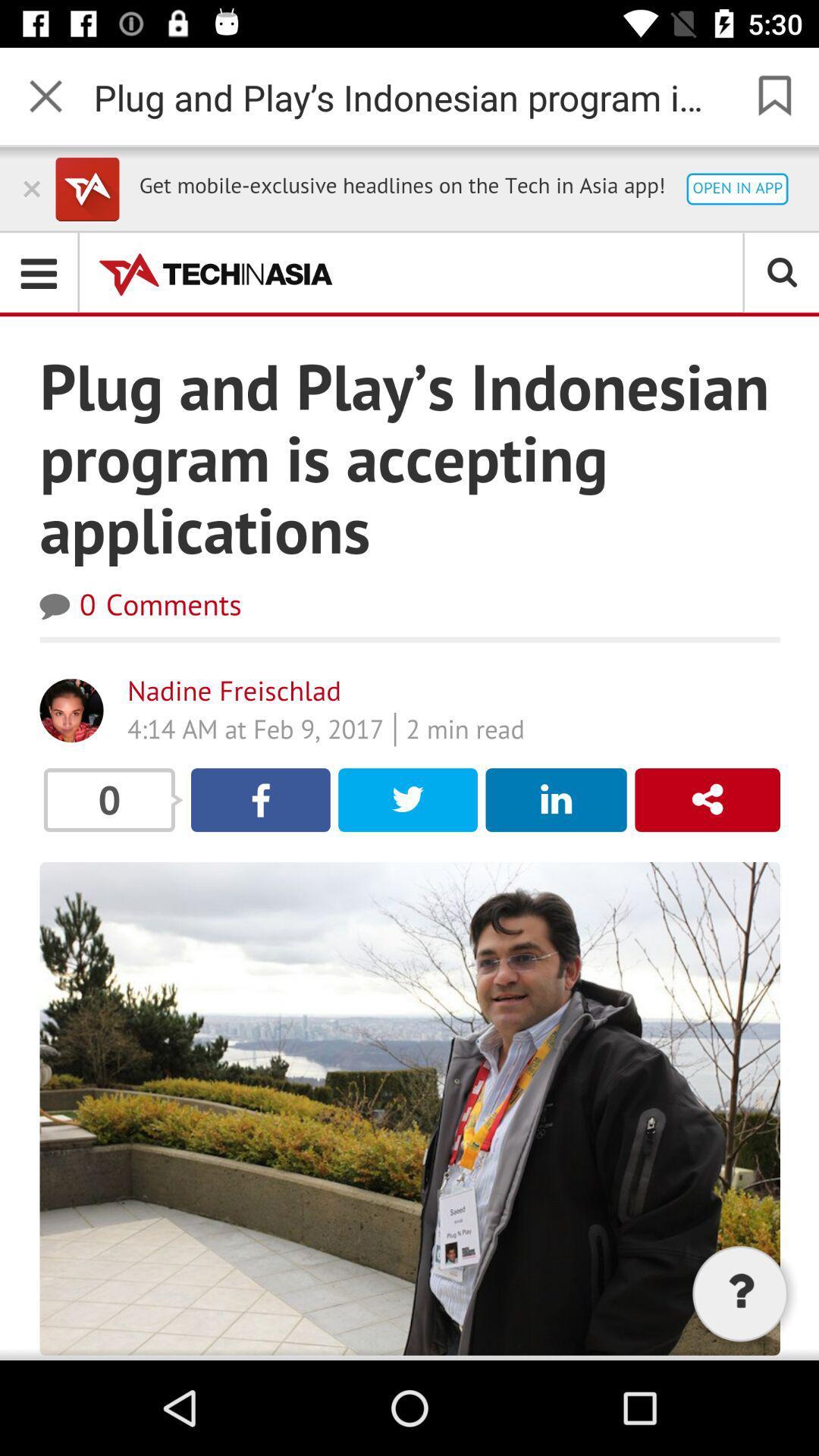 Image resolution: width=819 pixels, height=1456 pixels. What do you see at coordinates (772, 96) in the screenshot?
I see `the bookmark icon` at bounding box center [772, 96].